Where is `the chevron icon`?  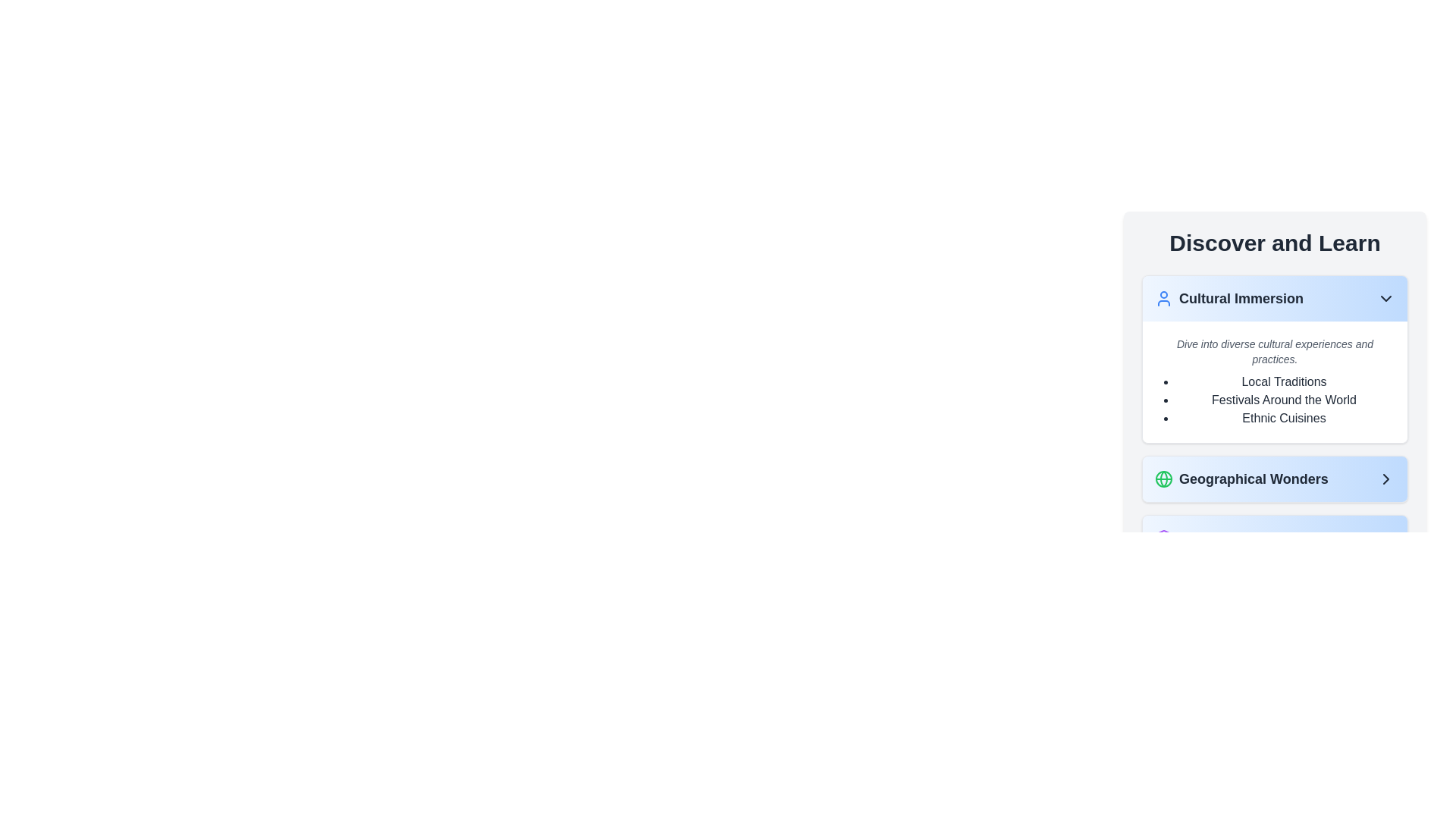
the chevron icon is located at coordinates (1386, 479).